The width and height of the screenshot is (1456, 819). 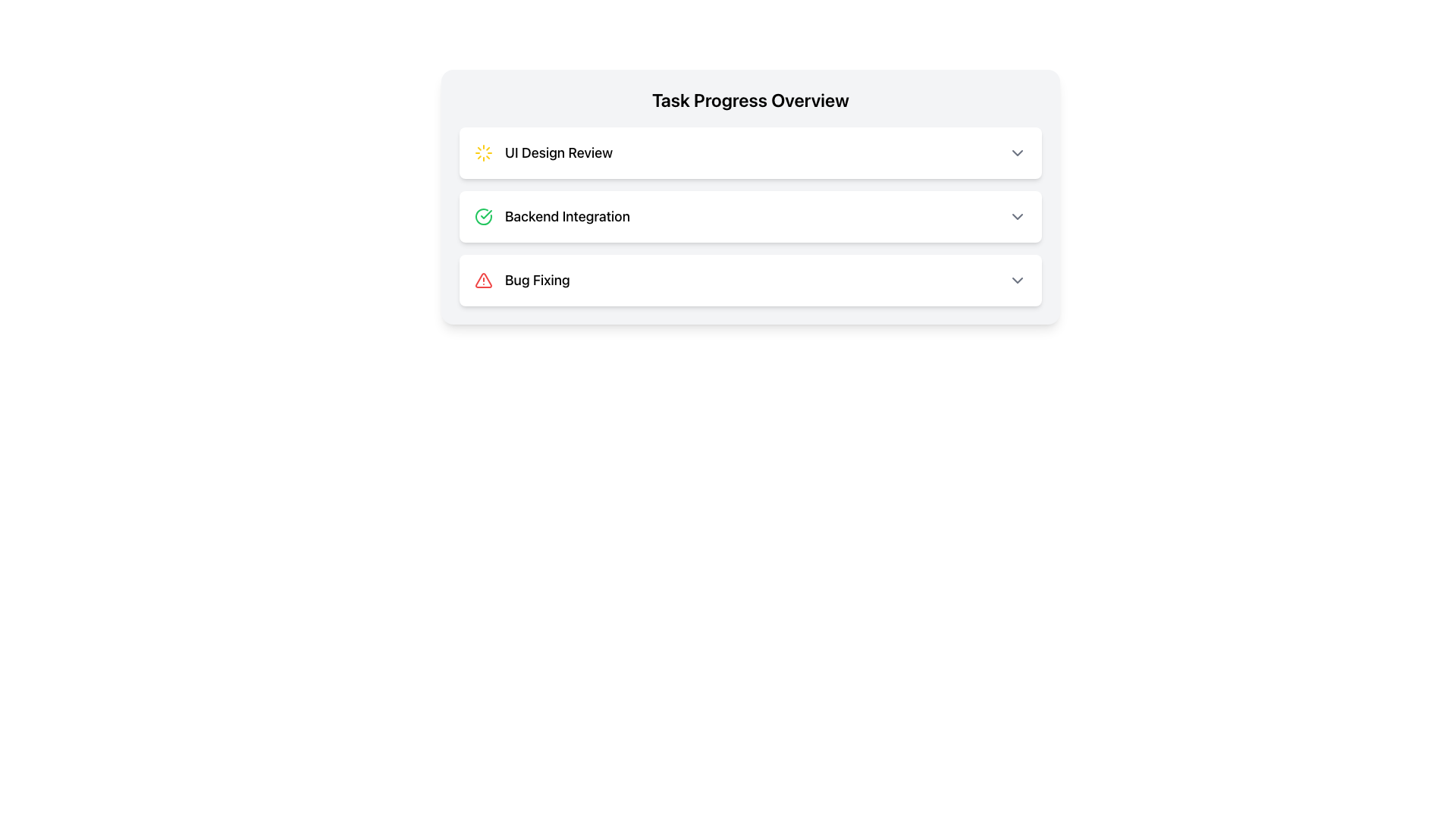 What do you see at coordinates (1018, 216) in the screenshot?
I see `the Dropdown trigger icon located on the far right of the 'Backend Integration' row in the 'Task Progress Overview' card to change its color` at bounding box center [1018, 216].